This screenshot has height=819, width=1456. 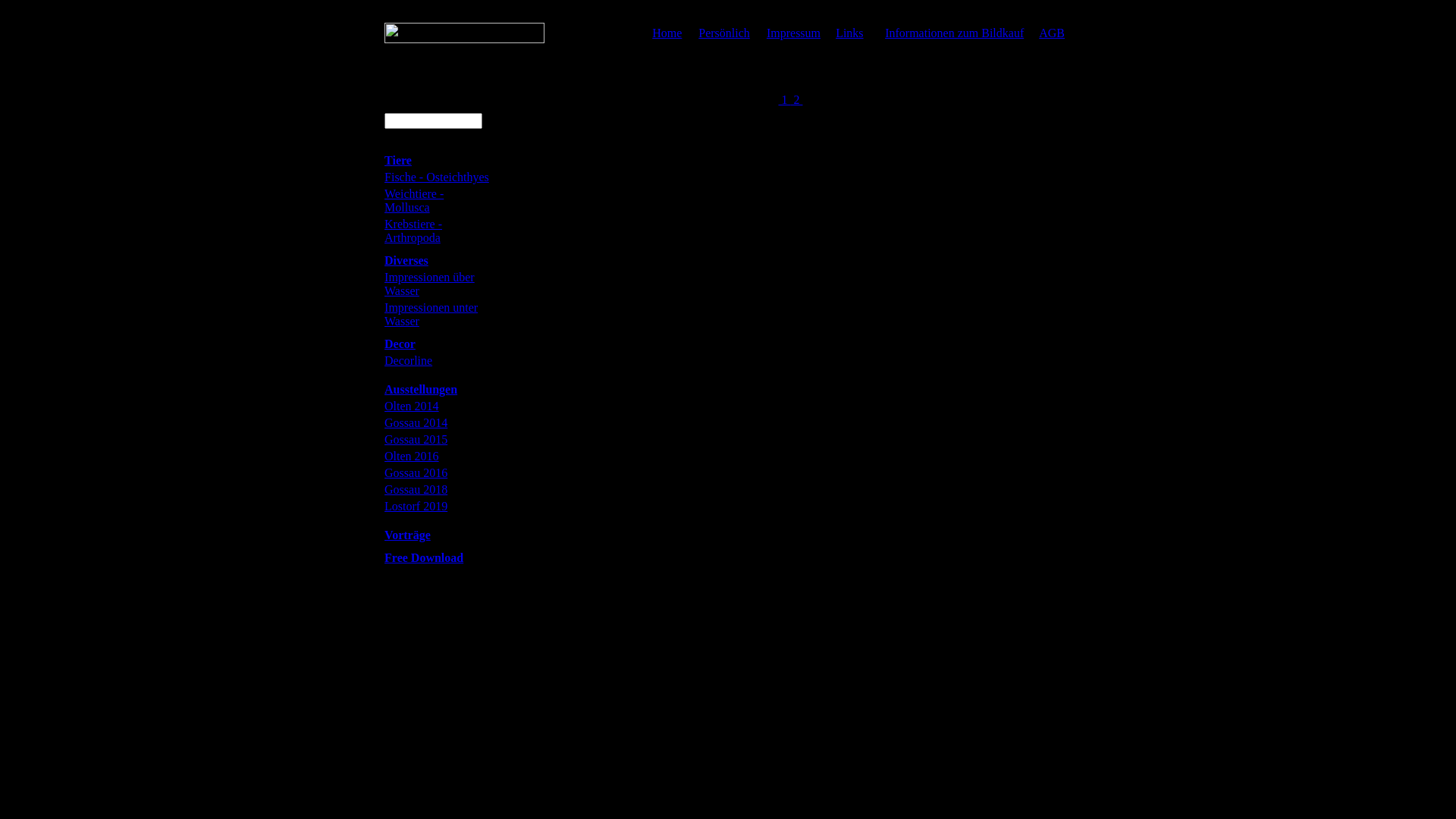 What do you see at coordinates (667, 32) in the screenshot?
I see `'Home'` at bounding box center [667, 32].